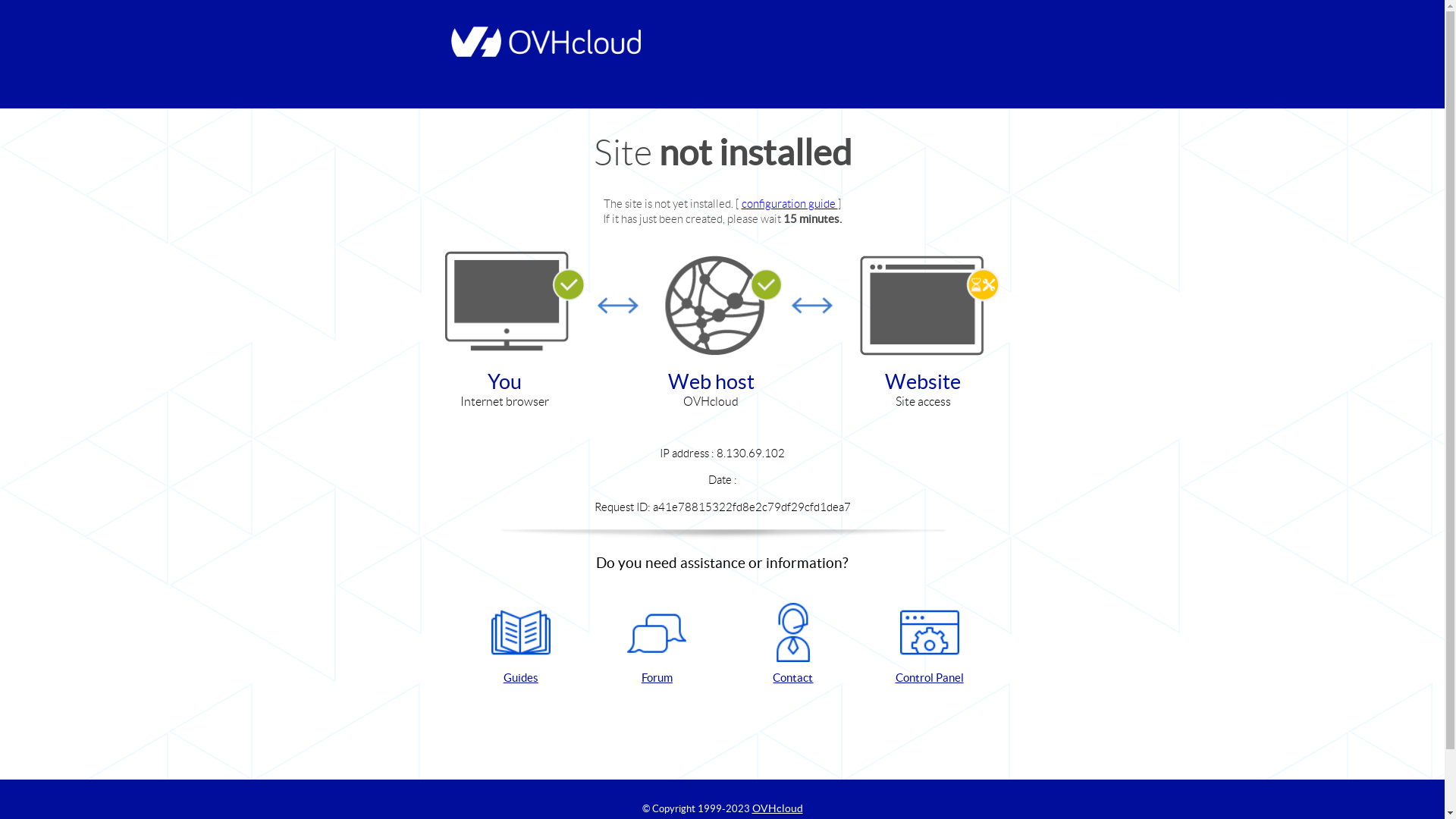 Image resolution: width=1456 pixels, height=819 pixels. Describe the element at coordinates (731, 644) in the screenshot. I see `'Contact'` at that location.